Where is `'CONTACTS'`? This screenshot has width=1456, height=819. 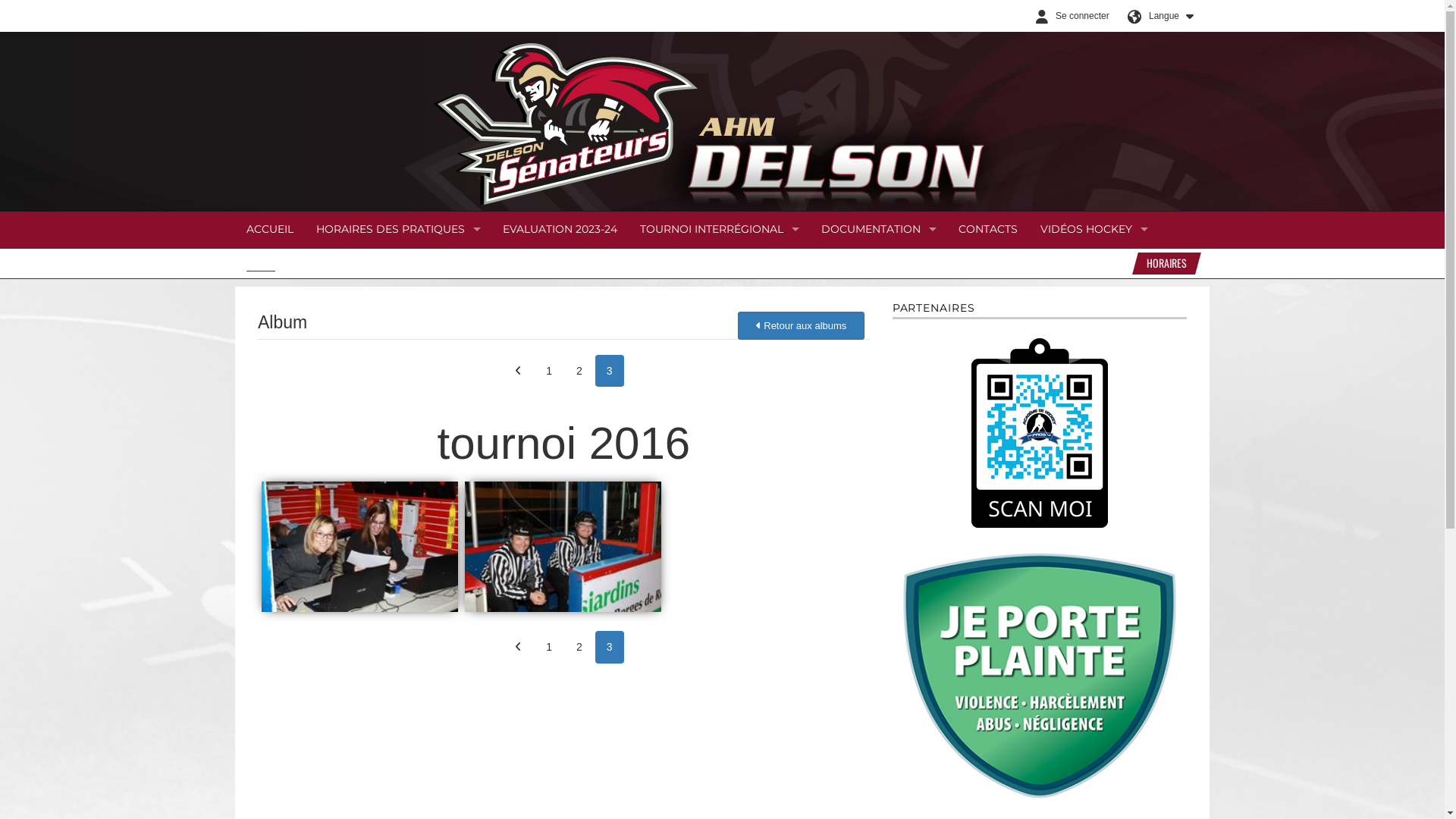
'CONTACTS' is located at coordinates (987, 230).